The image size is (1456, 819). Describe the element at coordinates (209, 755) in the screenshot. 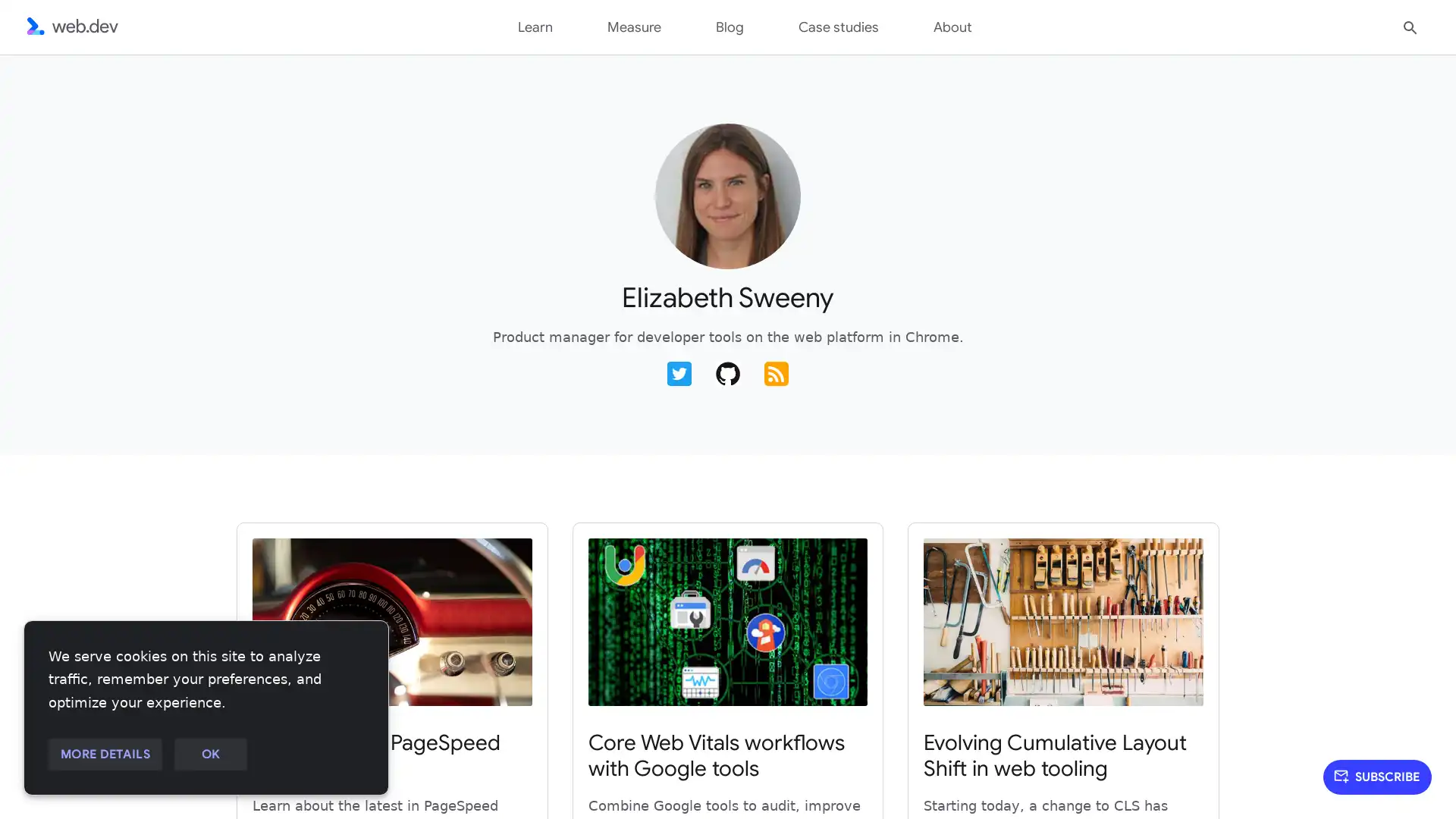

I see `OK` at that location.